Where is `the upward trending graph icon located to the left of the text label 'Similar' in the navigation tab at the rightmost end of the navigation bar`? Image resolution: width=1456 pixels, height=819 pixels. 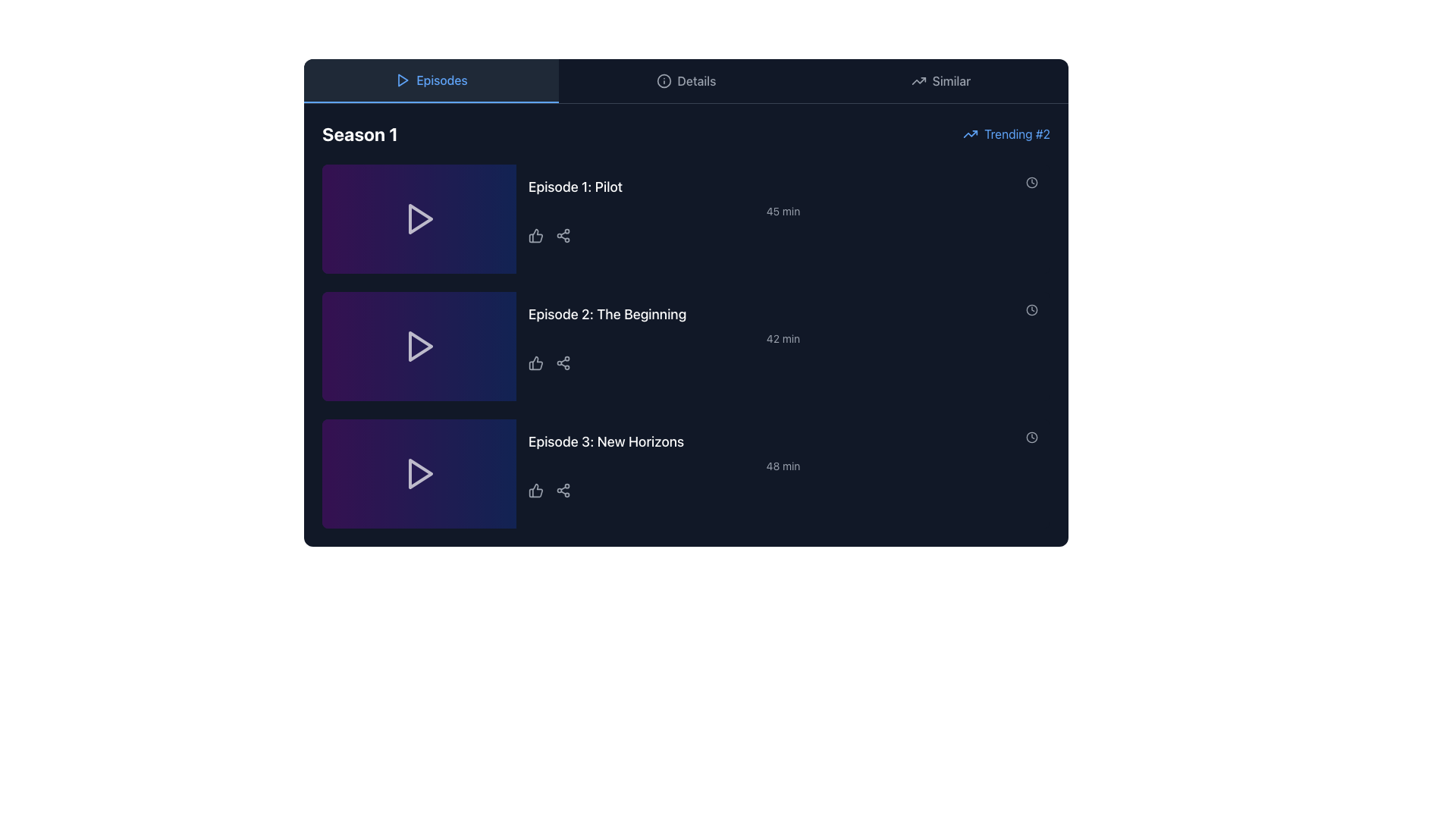
the upward trending graph icon located to the left of the text label 'Similar' in the navigation tab at the rightmost end of the navigation bar is located at coordinates (918, 81).